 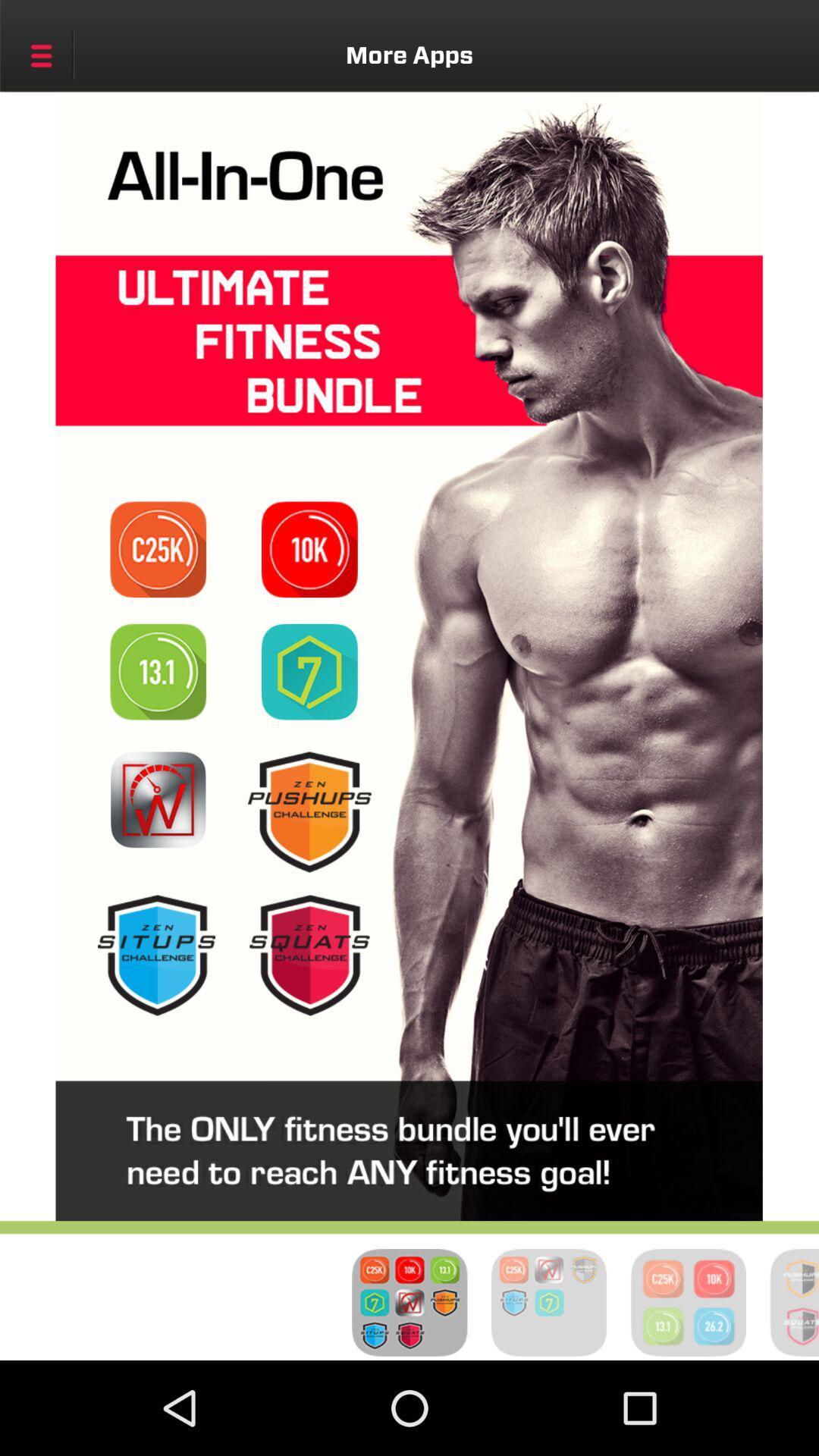 What do you see at coordinates (309, 811) in the screenshot?
I see `click the pushups batch icon` at bounding box center [309, 811].